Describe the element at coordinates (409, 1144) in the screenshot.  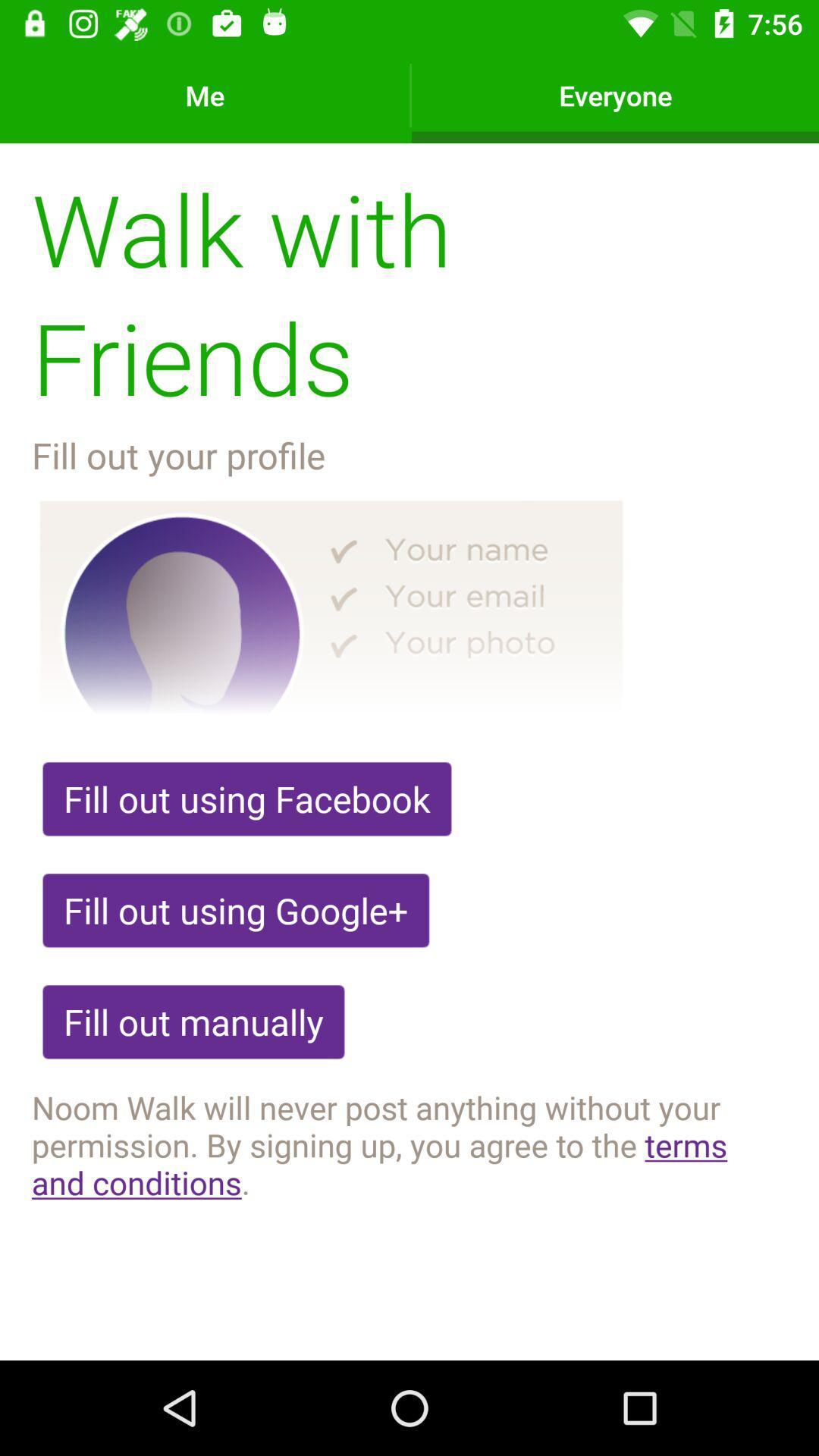
I see `noom walk will` at that location.